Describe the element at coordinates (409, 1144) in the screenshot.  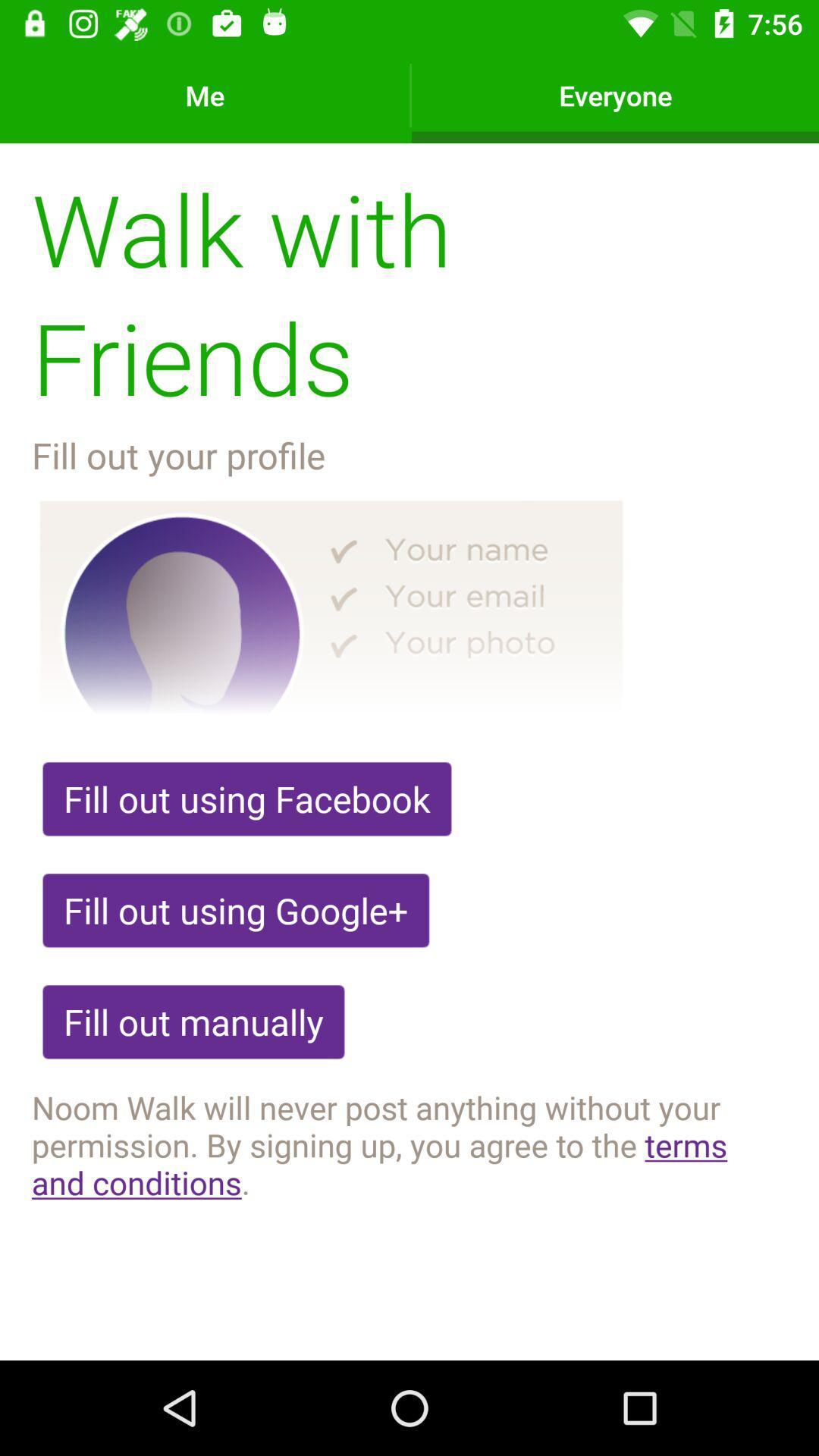
I see `noom walk will` at that location.